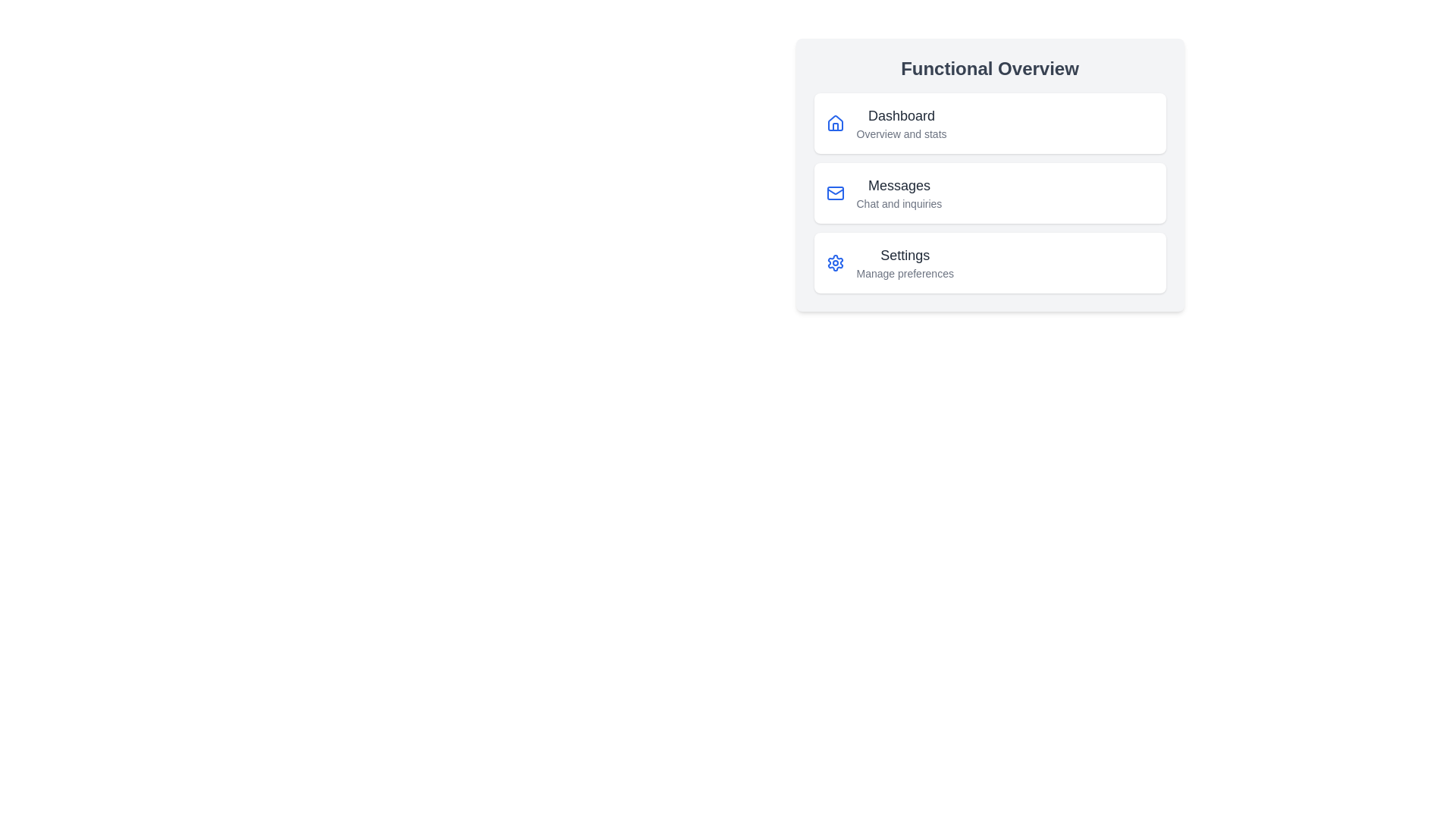 The width and height of the screenshot is (1456, 819). I want to click on the settings icon located within the box labeled 'Settings' at the bottom of the options column, so click(834, 262).